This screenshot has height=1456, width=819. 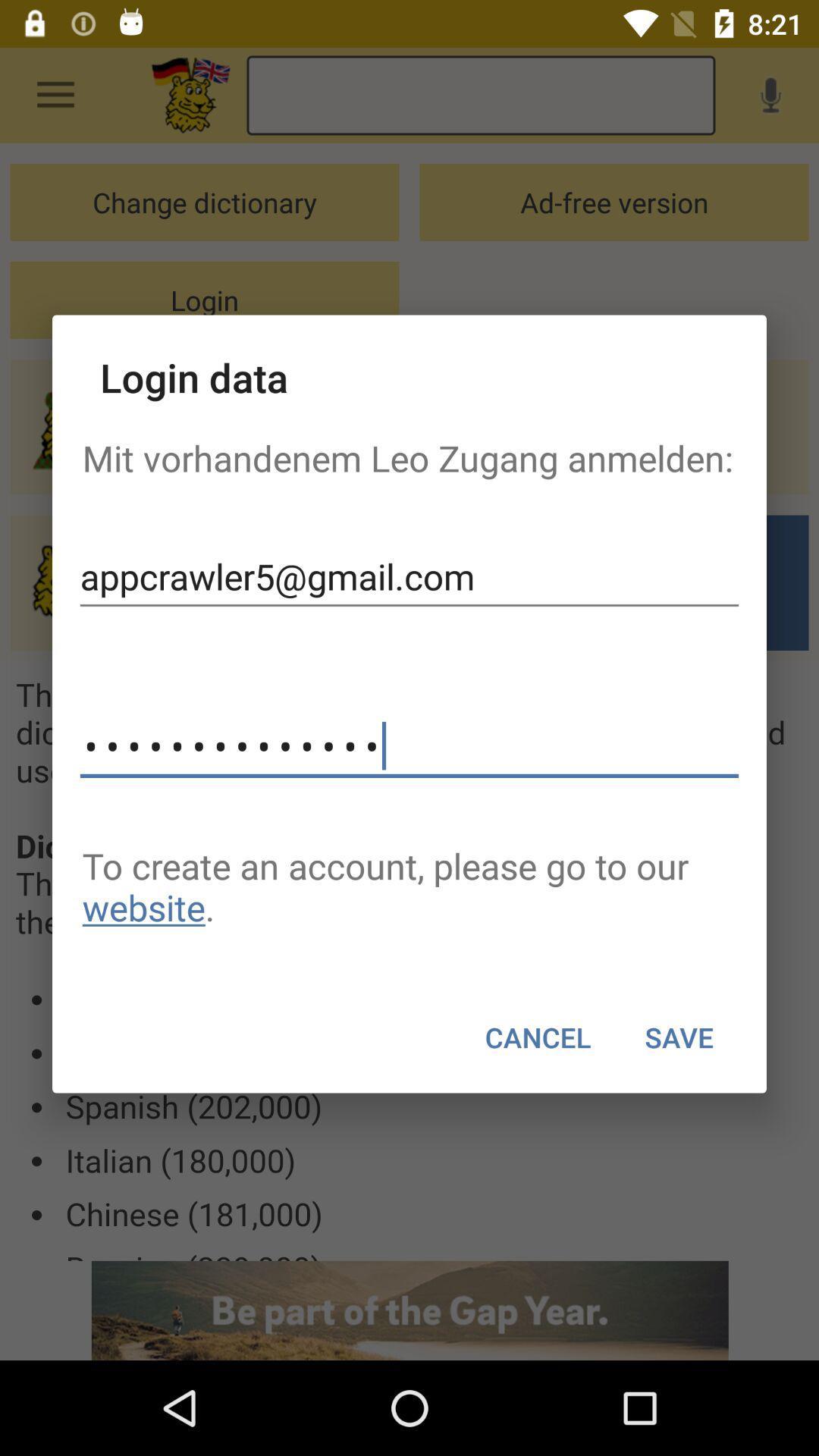 What do you see at coordinates (409, 886) in the screenshot?
I see `the item below the appcrawler3116 icon` at bounding box center [409, 886].